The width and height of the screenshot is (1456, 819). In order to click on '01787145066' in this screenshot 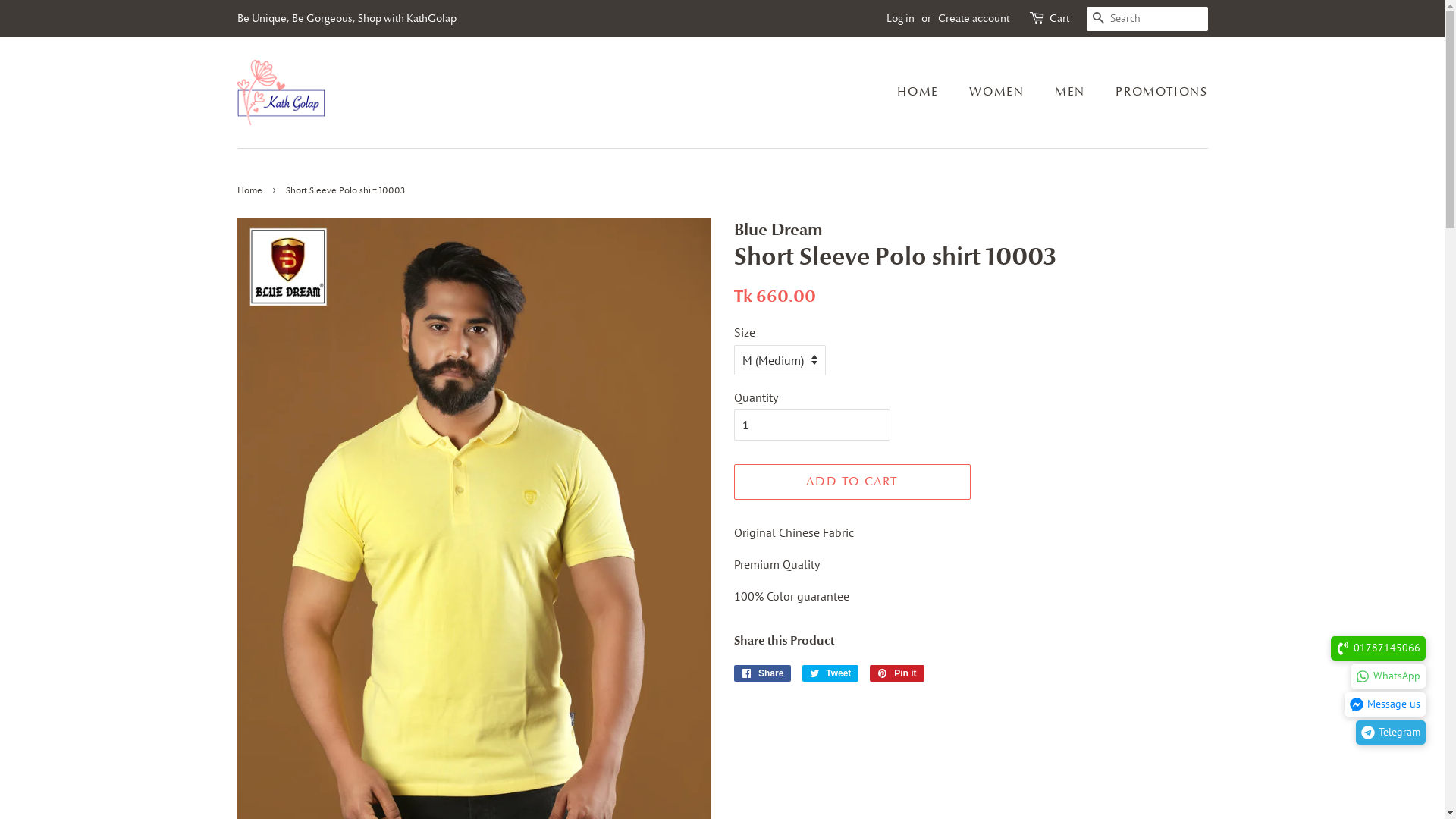, I will do `click(1378, 648)`.